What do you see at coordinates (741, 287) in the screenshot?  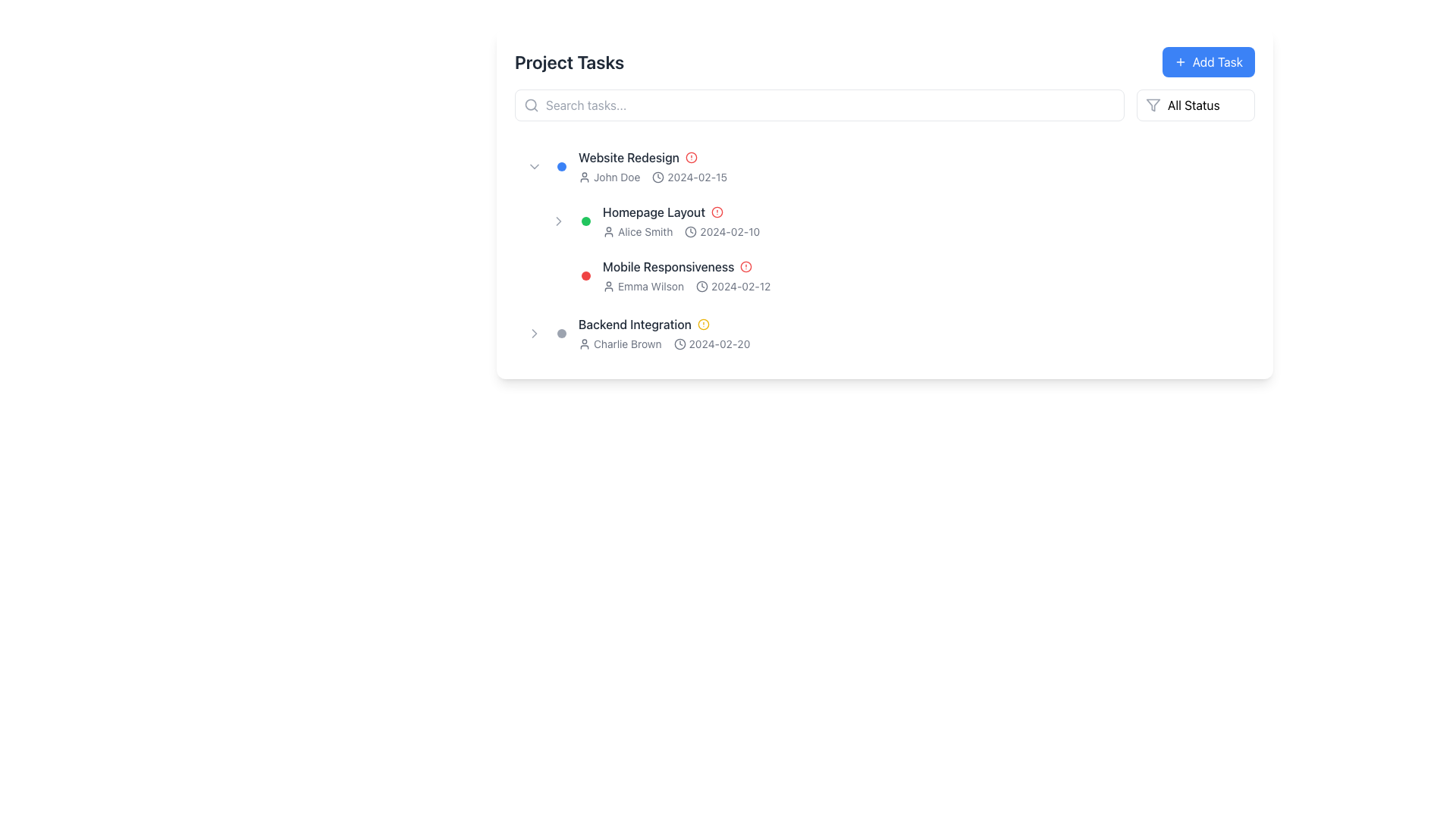 I see `date displayed as '2024-02-12' in the Text element located in the 'Mobile Responsiveness' task row under the 'Project Tasks' section, positioned to the right of Emma Wilson's name and after a clock icon` at bounding box center [741, 287].